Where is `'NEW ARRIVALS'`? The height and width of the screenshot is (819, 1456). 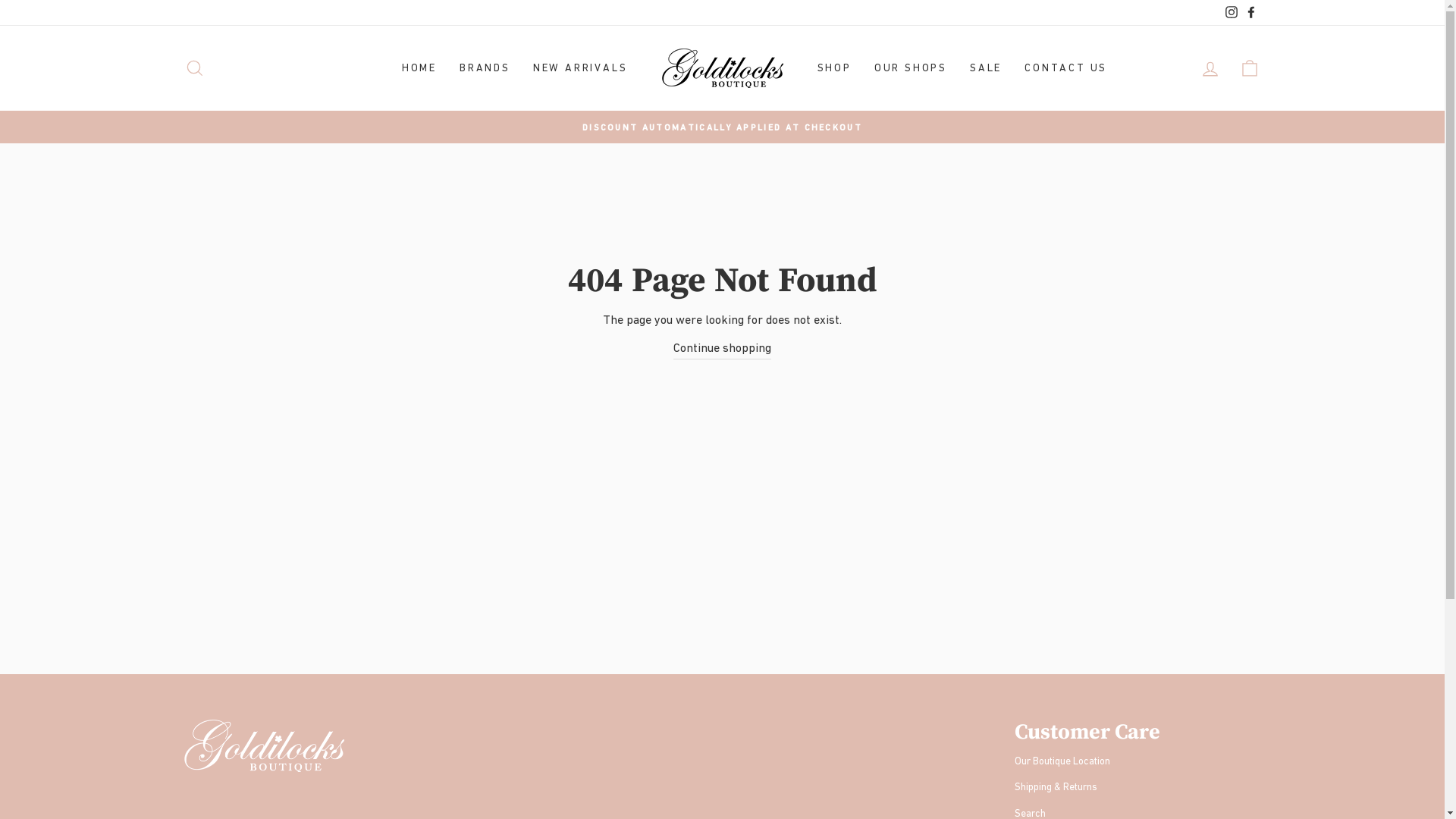 'NEW ARRIVALS' is located at coordinates (579, 68).